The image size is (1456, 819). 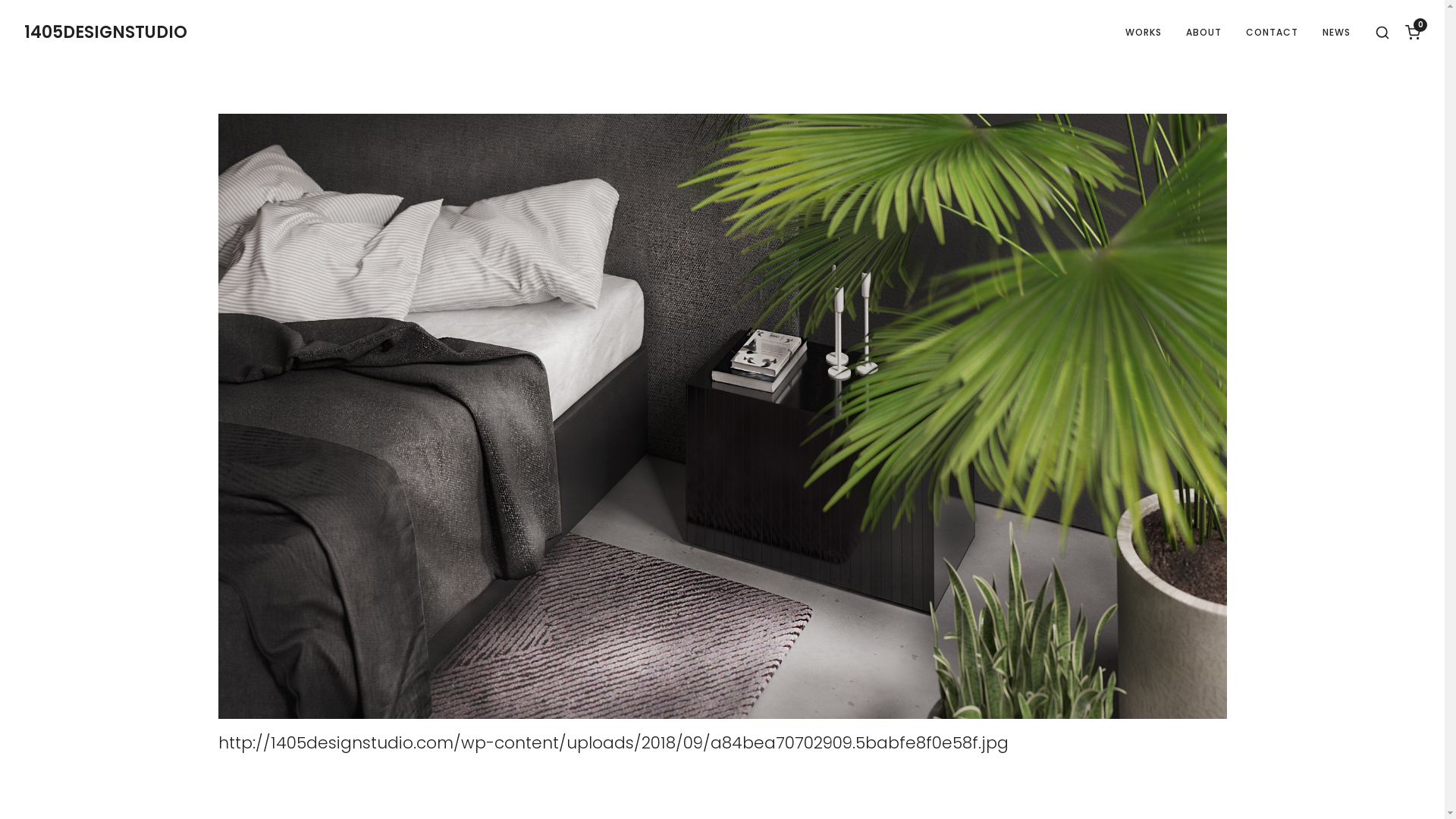 What do you see at coordinates (1245, 32) in the screenshot?
I see `'CONTACT'` at bounding box center [1245, 32].